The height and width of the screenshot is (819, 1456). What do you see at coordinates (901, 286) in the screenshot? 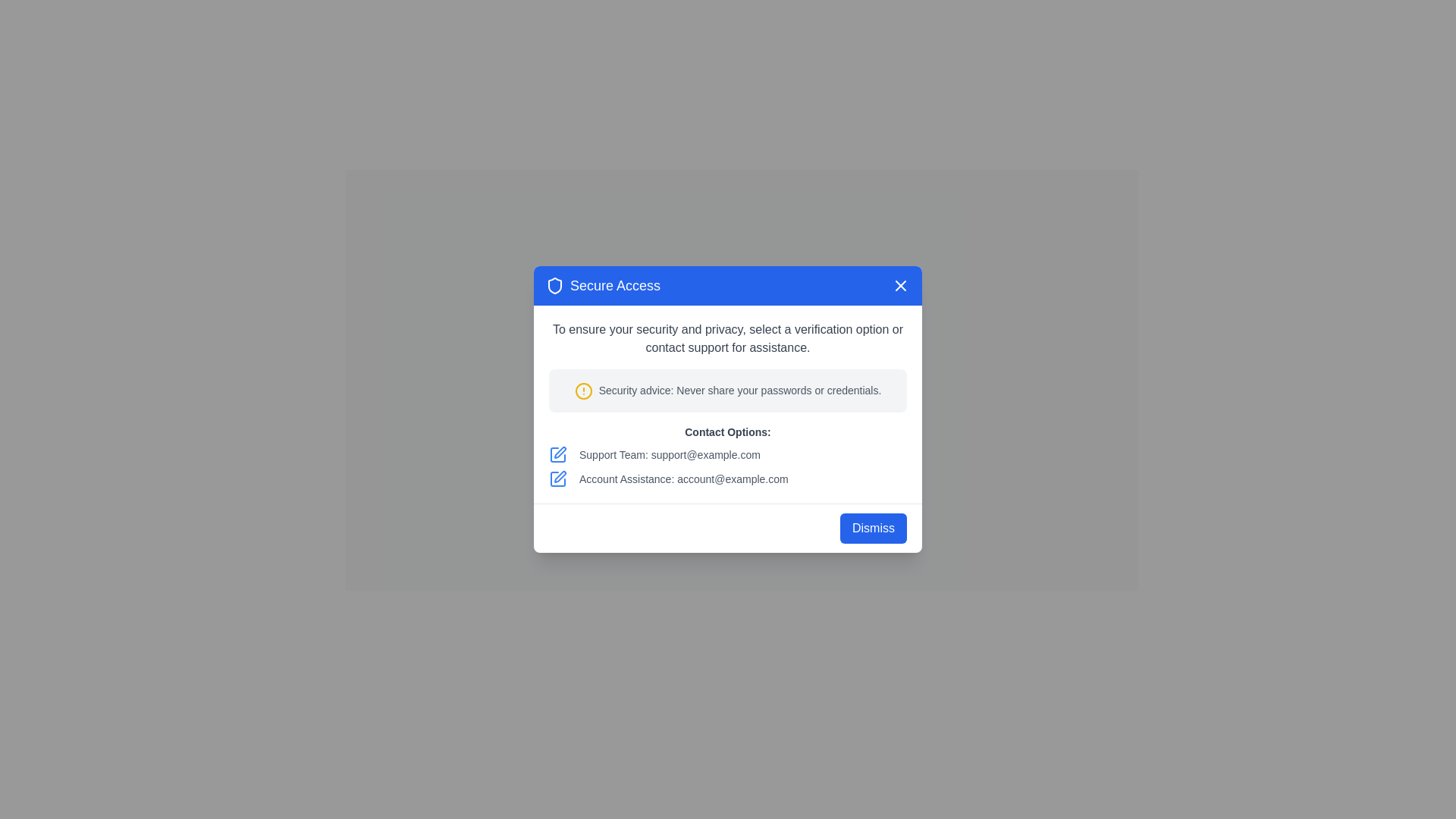
I see `the close button represented as an SVG graphic located in the top-right section of the blue dialog box titled 'Secure Access'` at bounding box center [901, 286].